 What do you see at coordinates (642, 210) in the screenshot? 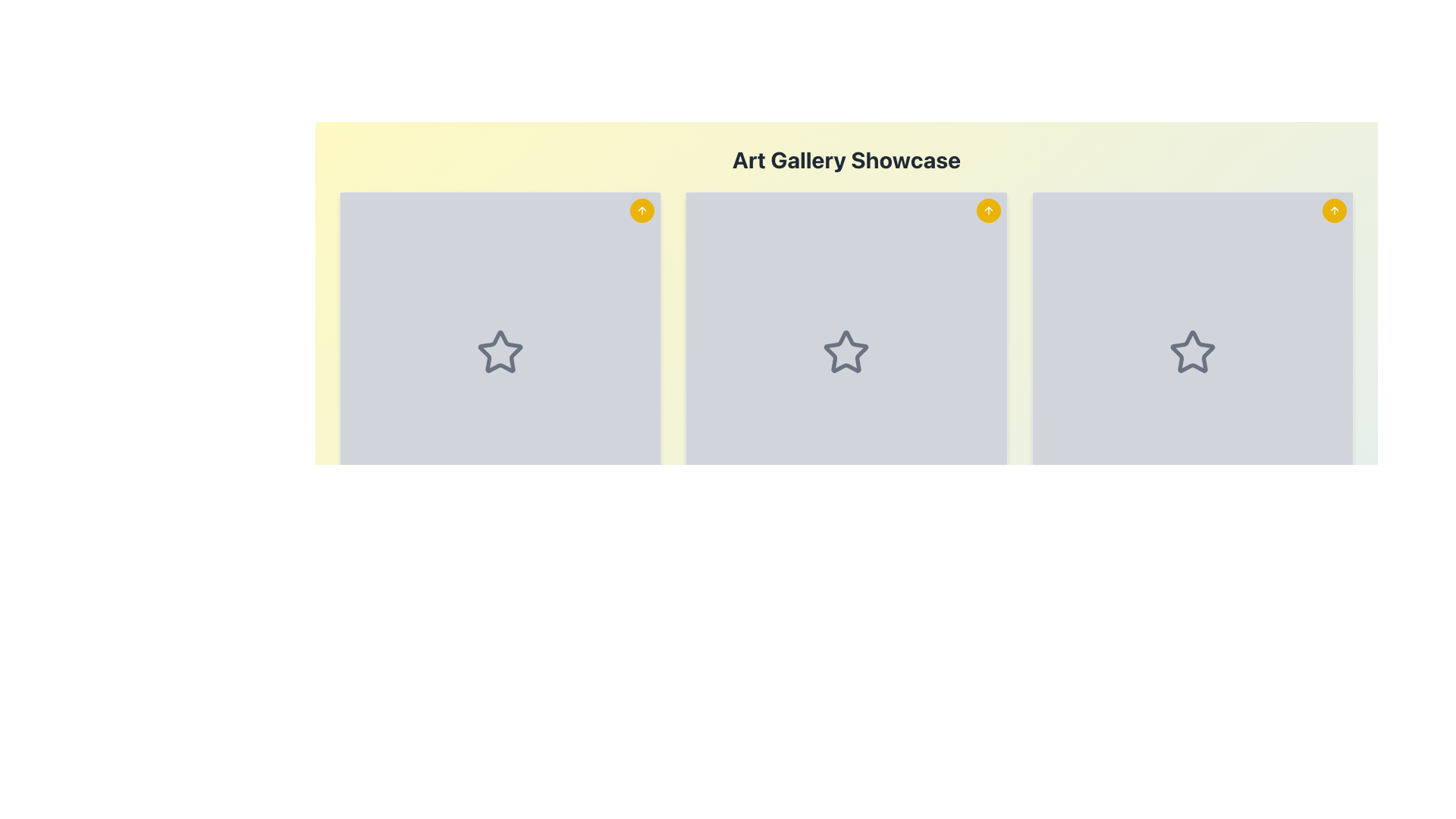
I see `the gallery item associated with the 'move up' or 'promote' button located in the top-right corner of the second item under the 'Art Gallery Showcase' heading` at bounding box center [642, 210].